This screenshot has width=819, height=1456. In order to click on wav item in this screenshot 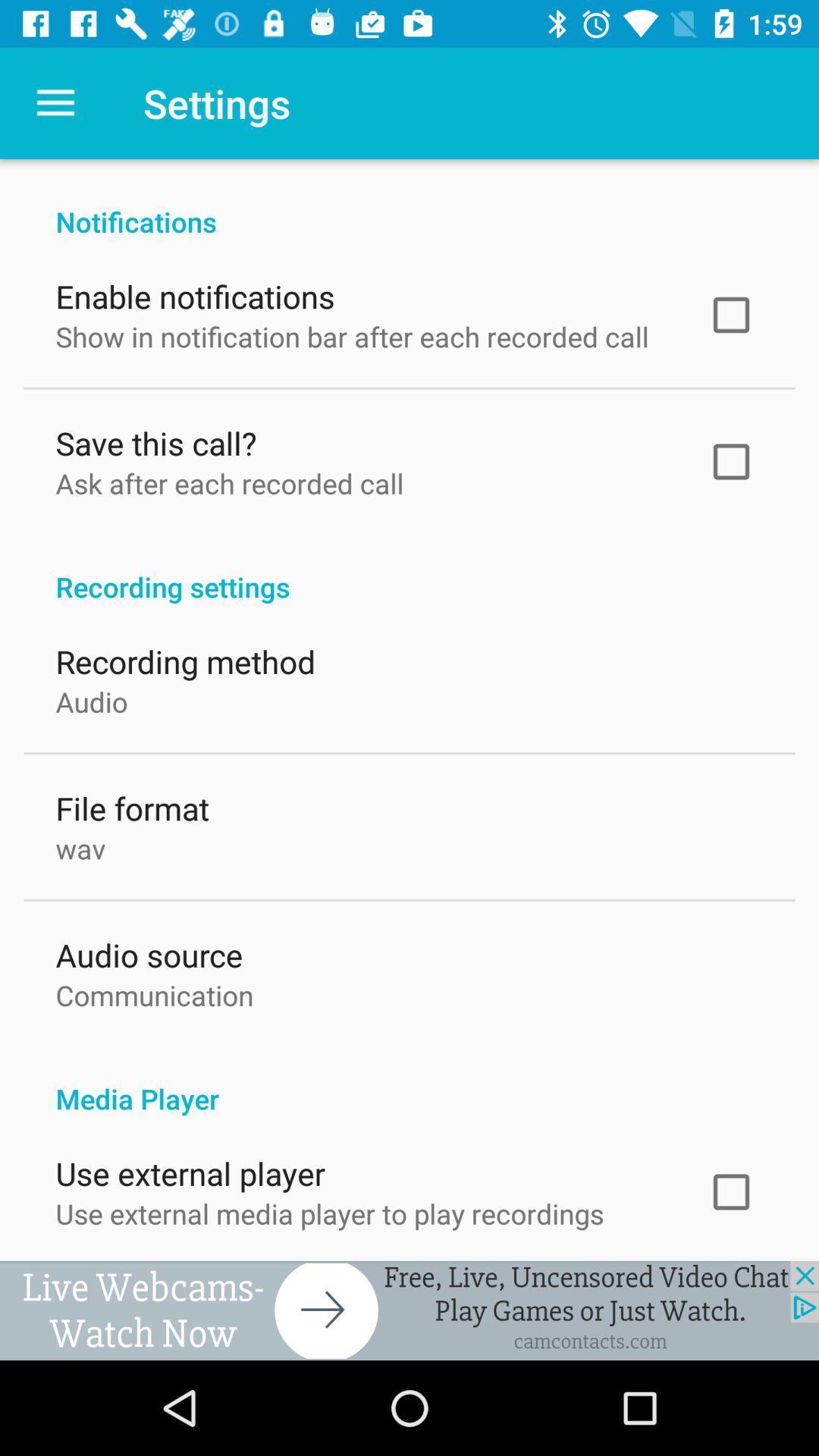, I will do `click(80, 844)`.